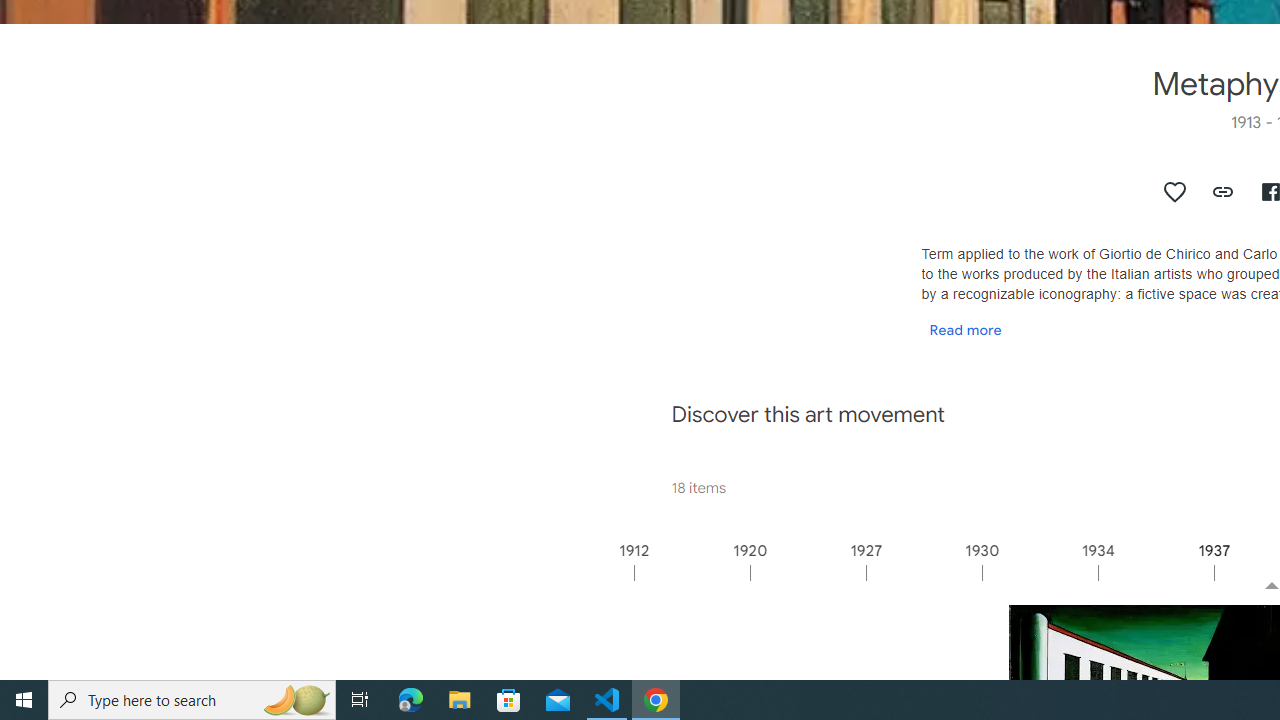 This screenshot has height=720, width=1280. I want to click on 'Read more', so click(965, 328).